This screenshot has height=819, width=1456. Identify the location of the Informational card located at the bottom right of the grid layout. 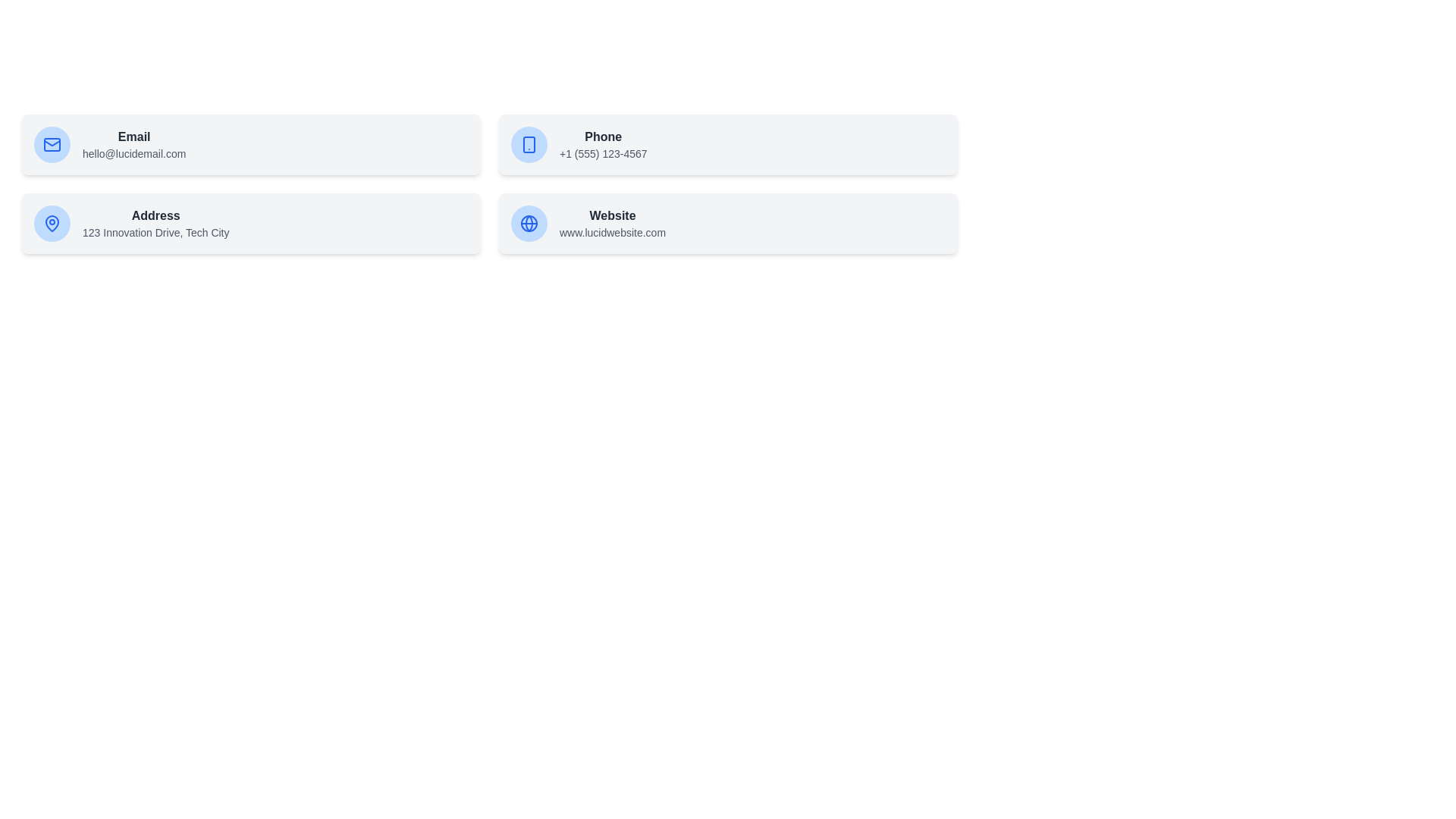
(728, 223).